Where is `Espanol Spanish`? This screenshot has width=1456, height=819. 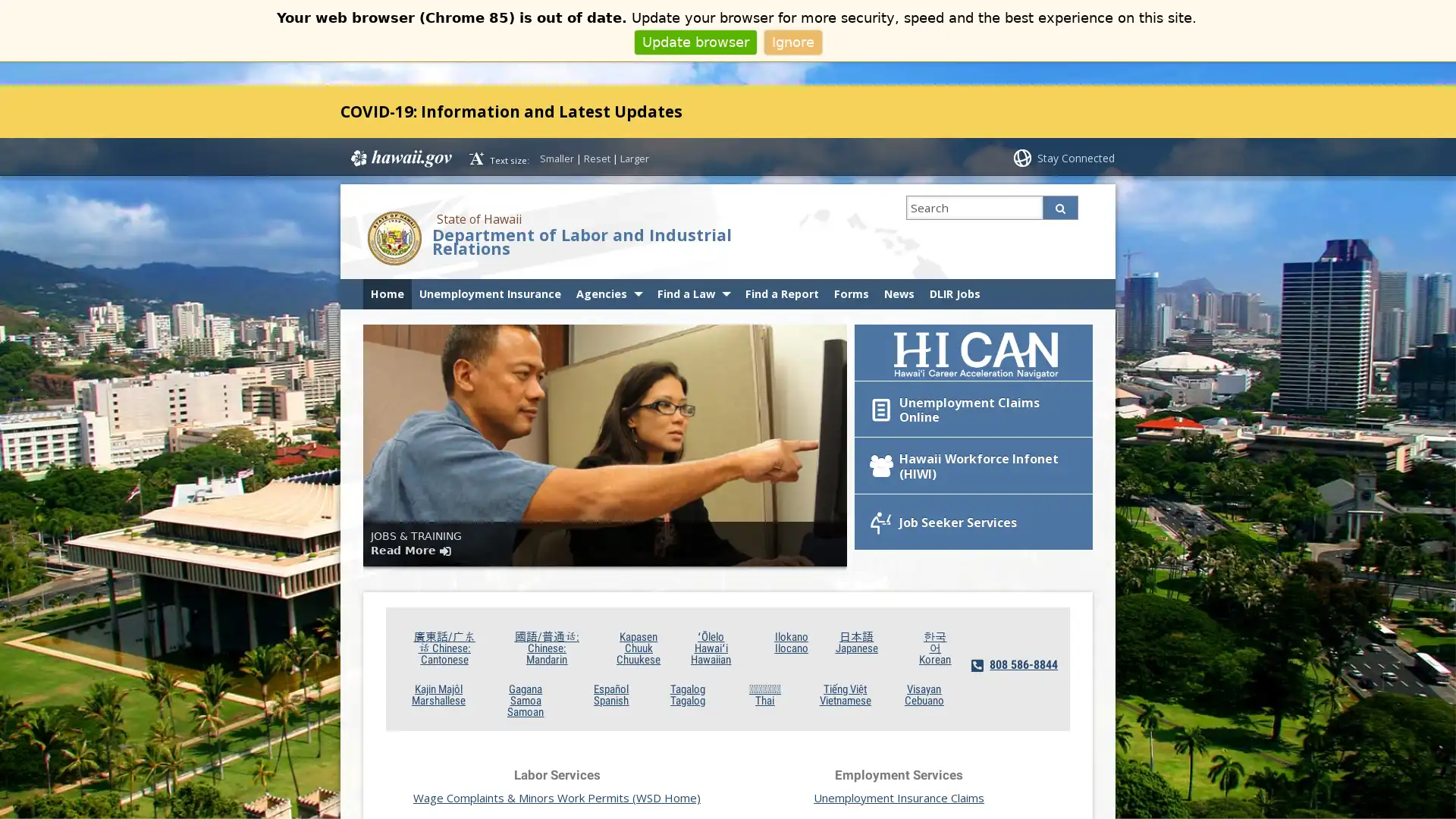 Espanol Spanish is located at coordinates (611, 701).